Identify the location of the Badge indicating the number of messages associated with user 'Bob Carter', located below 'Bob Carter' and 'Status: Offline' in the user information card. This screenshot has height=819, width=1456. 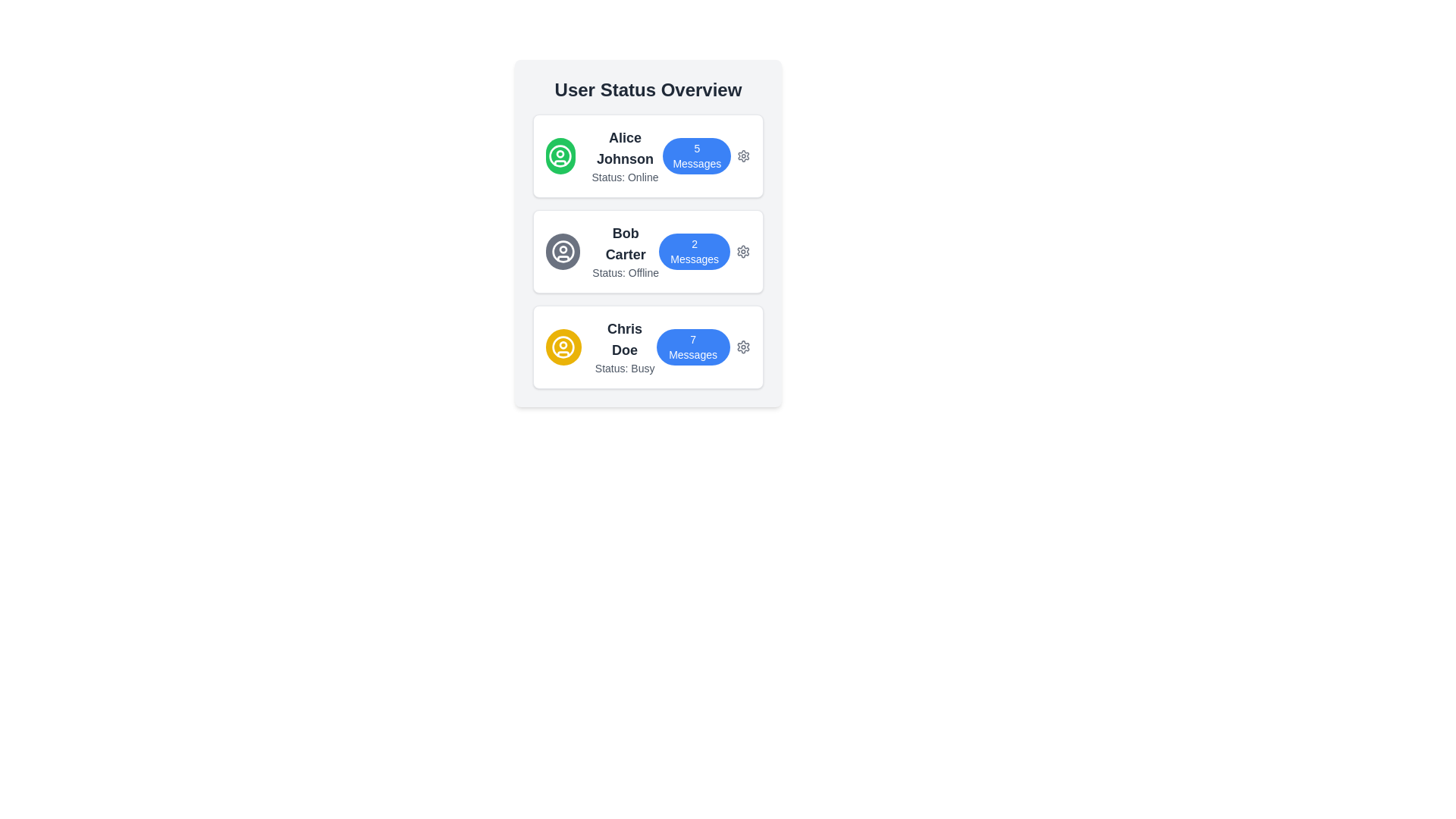
(704, 250).